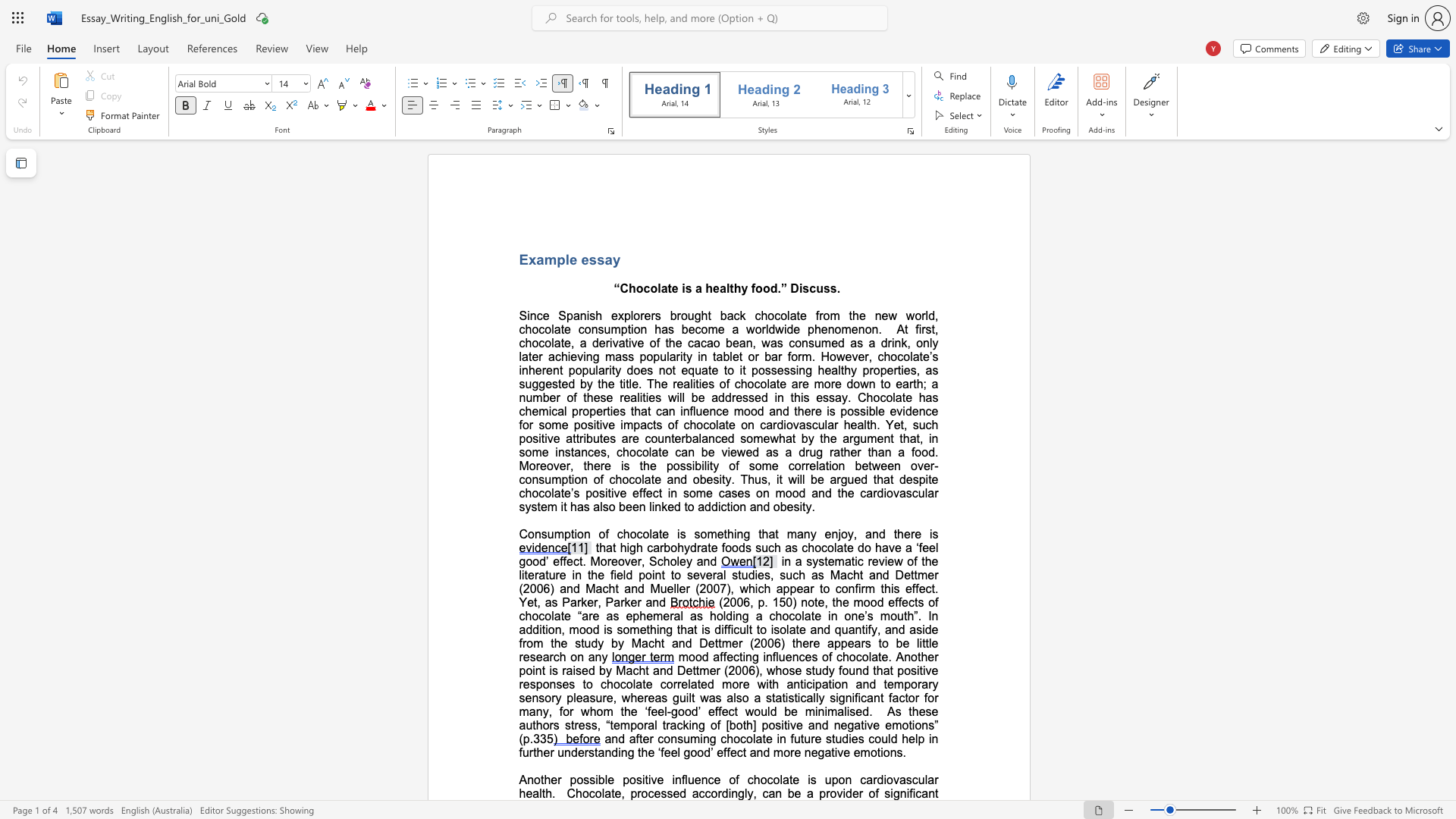 The image size is (1456, 819). Describe the element at coordinates (927, 601) in the screenshot. I see `the subset text "of chocolate “are as ephemeral as holding a chocolate in one’s mouth”. In addition, mood is something that is d" within the text "(2006, p. 150) note, the mood effects of chocolate “are as ephemeral as holding a chocolate in one’s mouth”. In addition, mood is something that is difficult to isolate and quantify, and aside from the study by Macht and Dettmer (2006) there appears to be little research on any"` at that location.